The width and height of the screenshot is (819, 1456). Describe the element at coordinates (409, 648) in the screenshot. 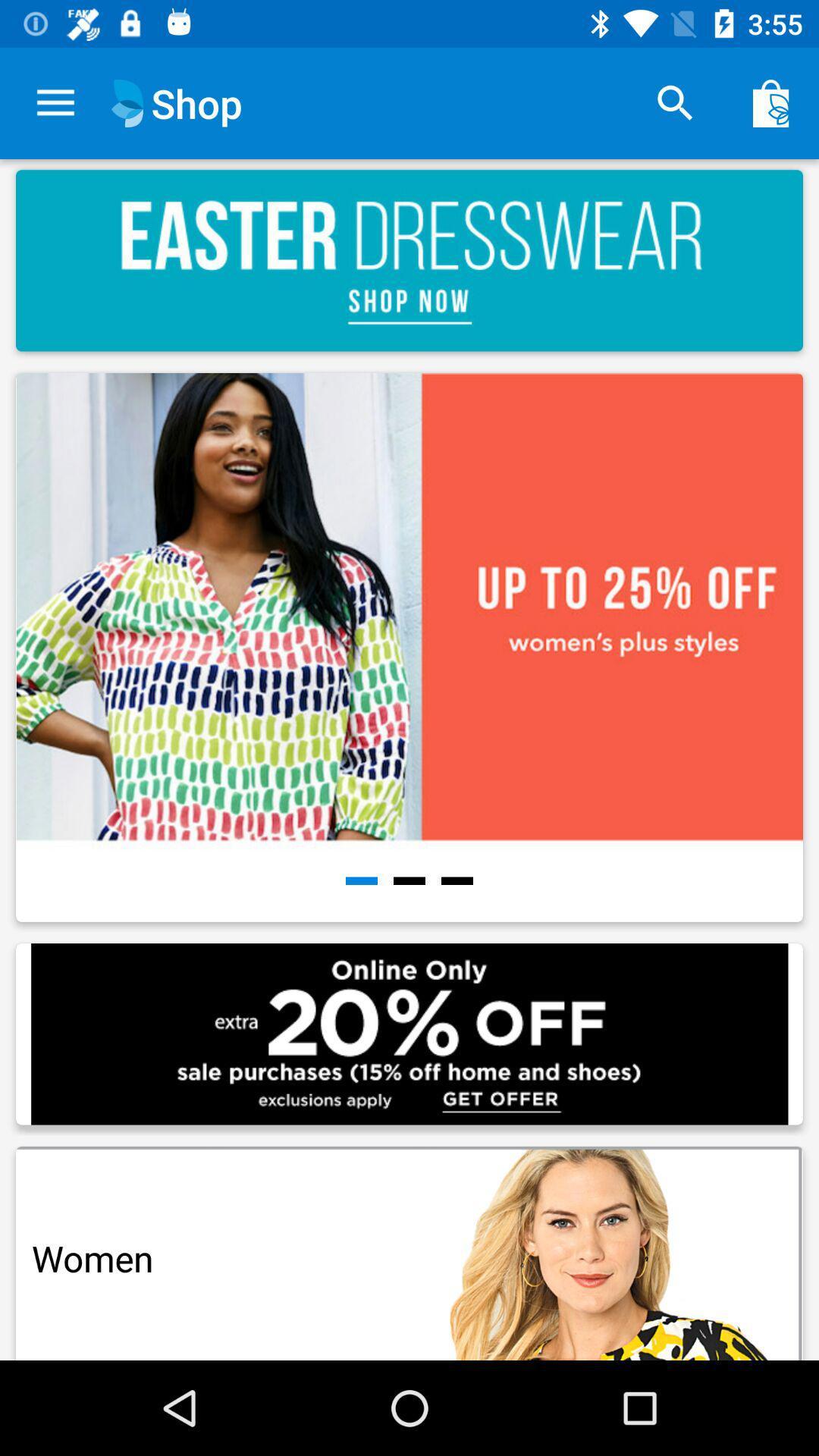

I see `the second image` at that location.